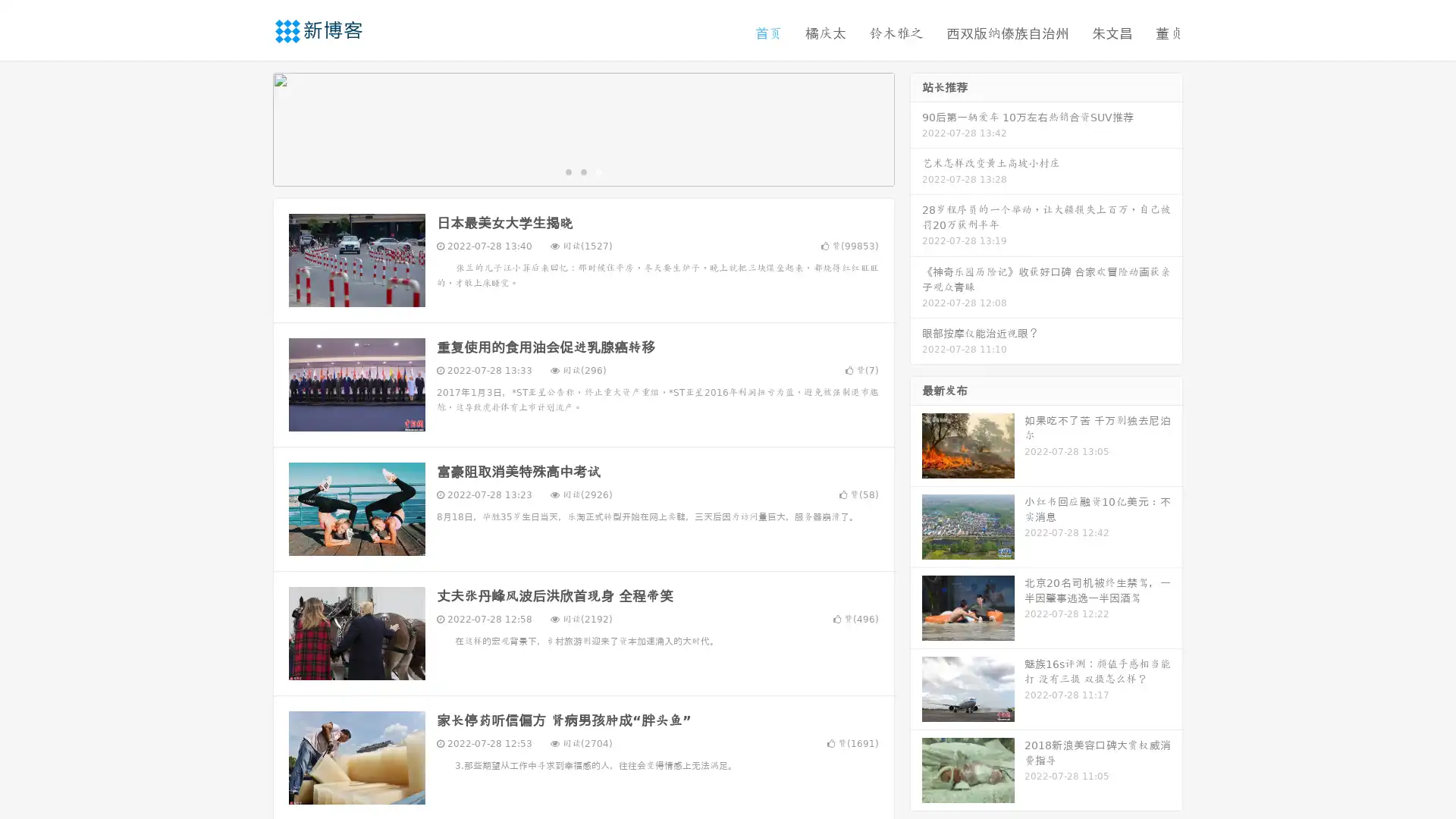 The height and width of the screenshot is (819, 1456). Describe the element at coordinates (582, 171) in the screenshot. I see `Go to slide 2` at that location.